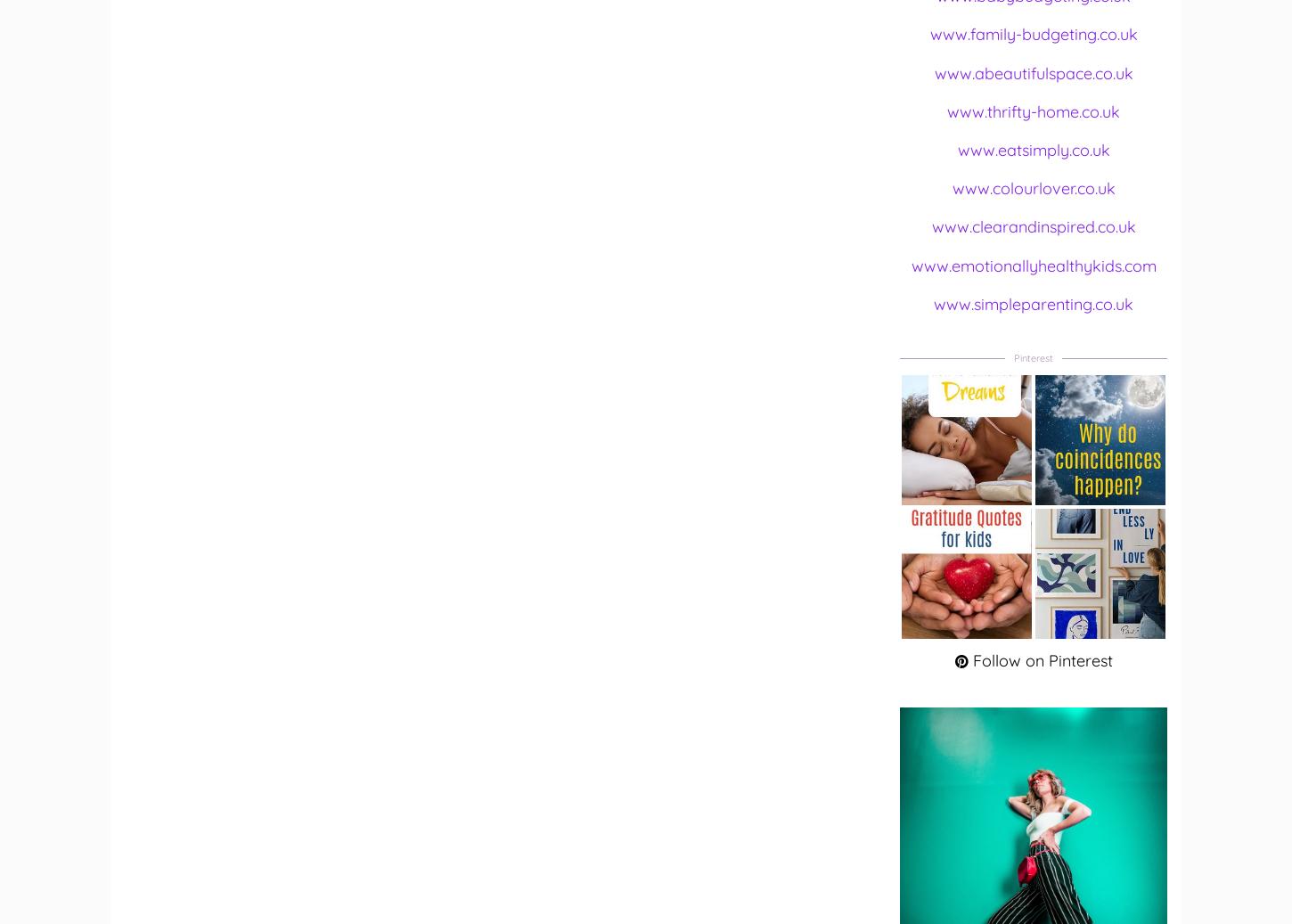  What do you see at coordinates (1032, 71) in the screenshot?
I see `'www.abeautifulspace.co.uk'` at bounding box center [1032, 71].